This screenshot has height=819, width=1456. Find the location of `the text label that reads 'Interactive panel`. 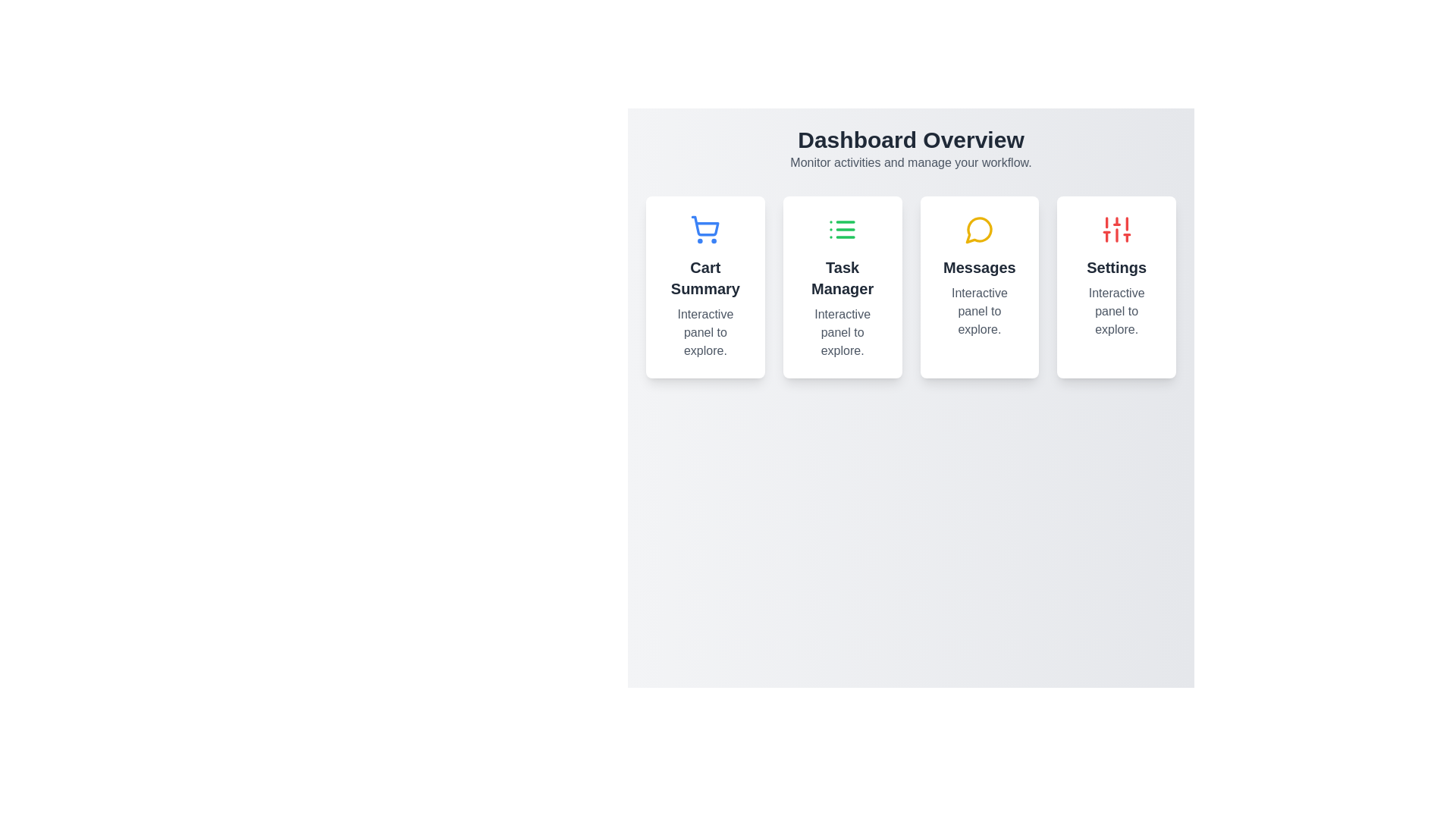

the text label that reads 'Interactive panel is located at coordinates (704, 332).